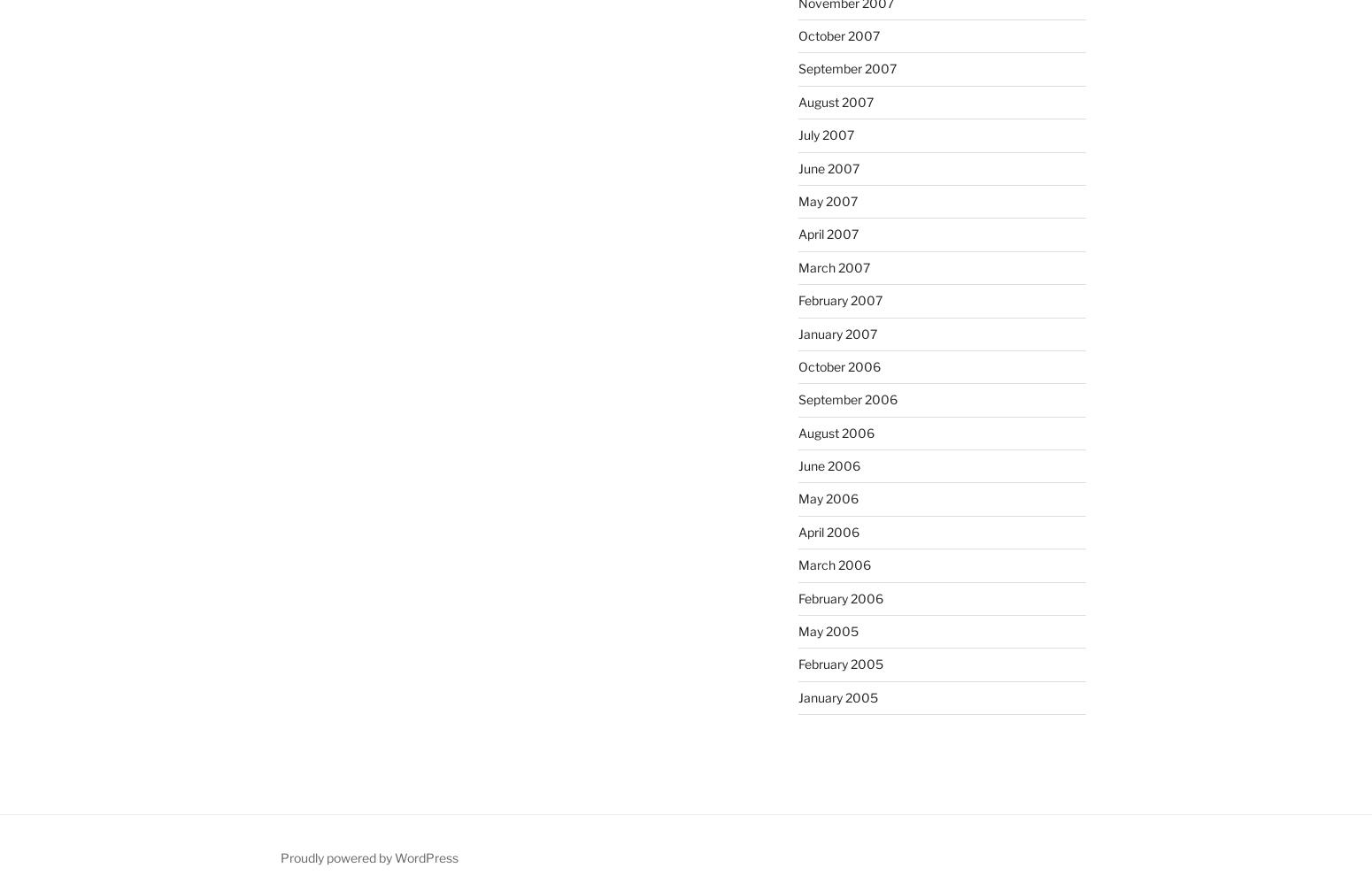 Image resolution: width=1372 pixels, height=891 pixels. What do you see at coordinates (834, 101) in the screenshot?
I see `'August 2007'` at bounding box center [834, 101].